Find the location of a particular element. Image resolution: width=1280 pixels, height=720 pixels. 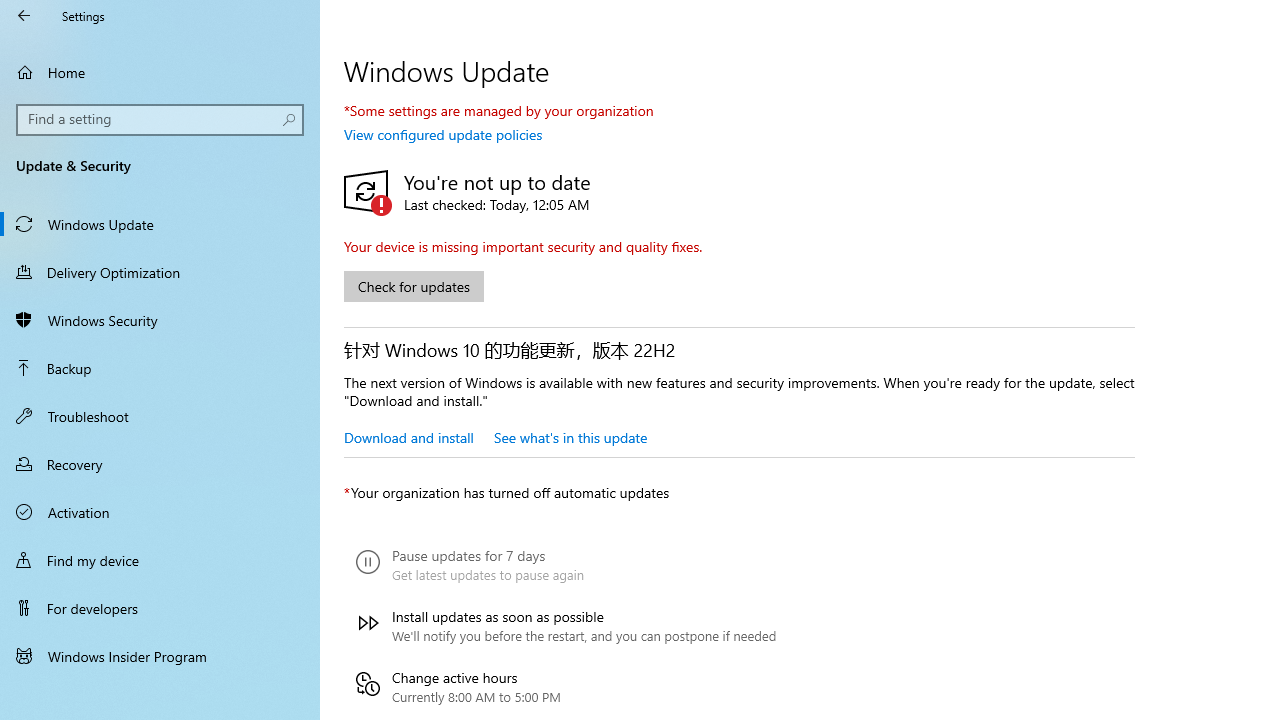

'Back' is located at coordinates (24, 15).